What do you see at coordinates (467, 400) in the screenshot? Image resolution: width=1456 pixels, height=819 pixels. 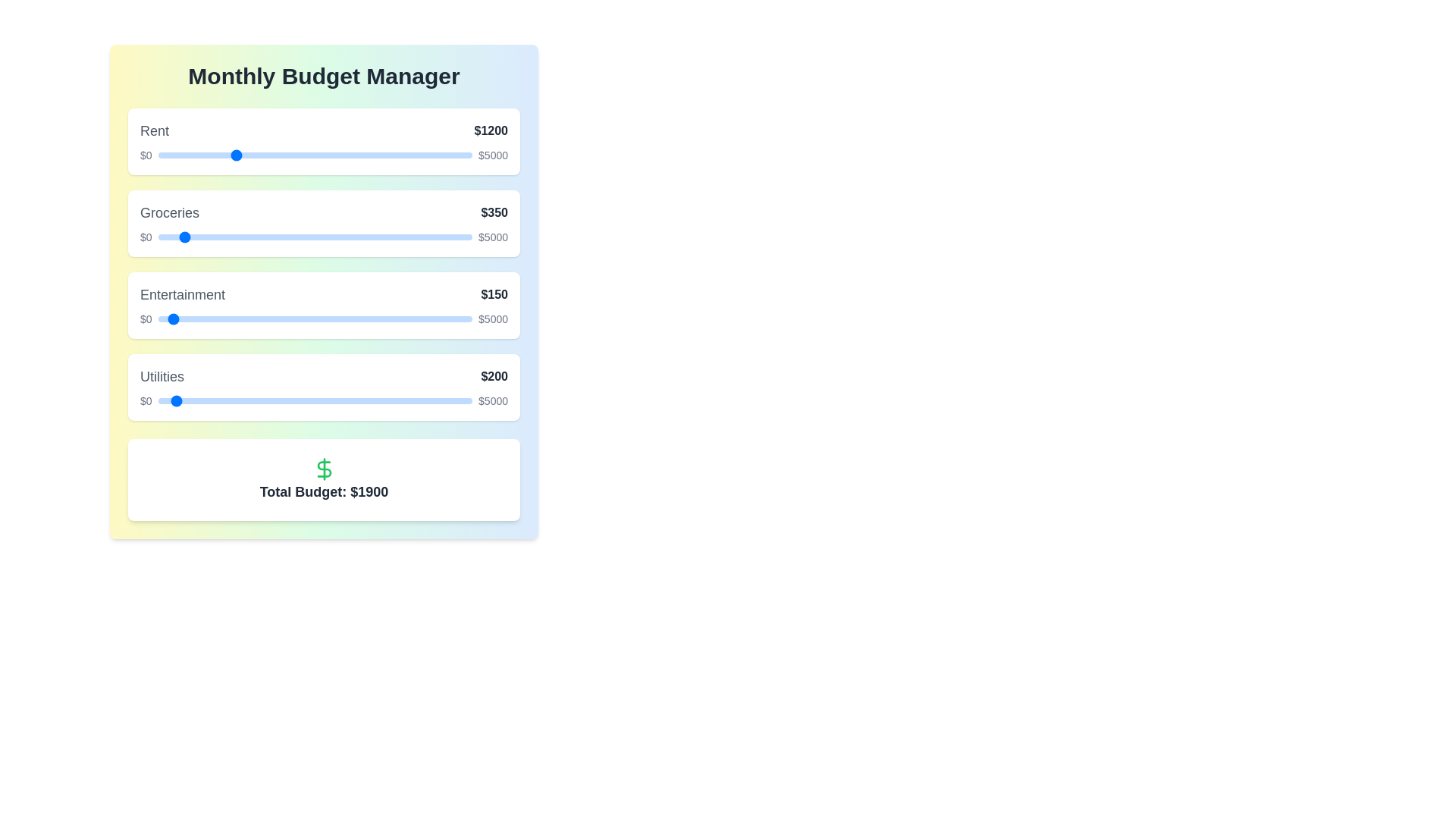 I see `the 'Utilities' slider` at bounding box center [467, 400].